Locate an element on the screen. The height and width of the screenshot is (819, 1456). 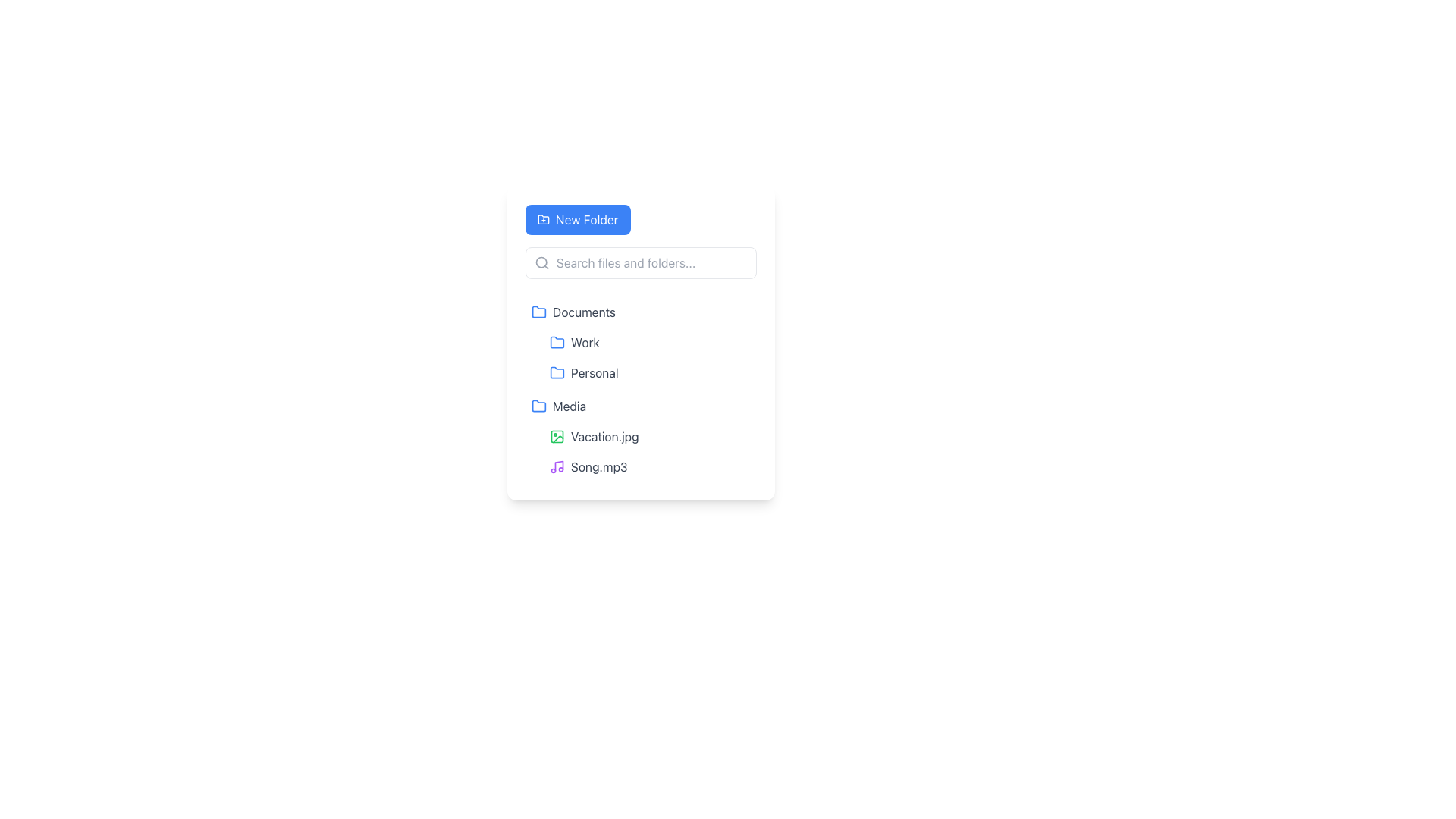
the 'Song.mp3' file entry row, which is represented by a light gray button with a purple music note icon is located at coordinates (650, 466).